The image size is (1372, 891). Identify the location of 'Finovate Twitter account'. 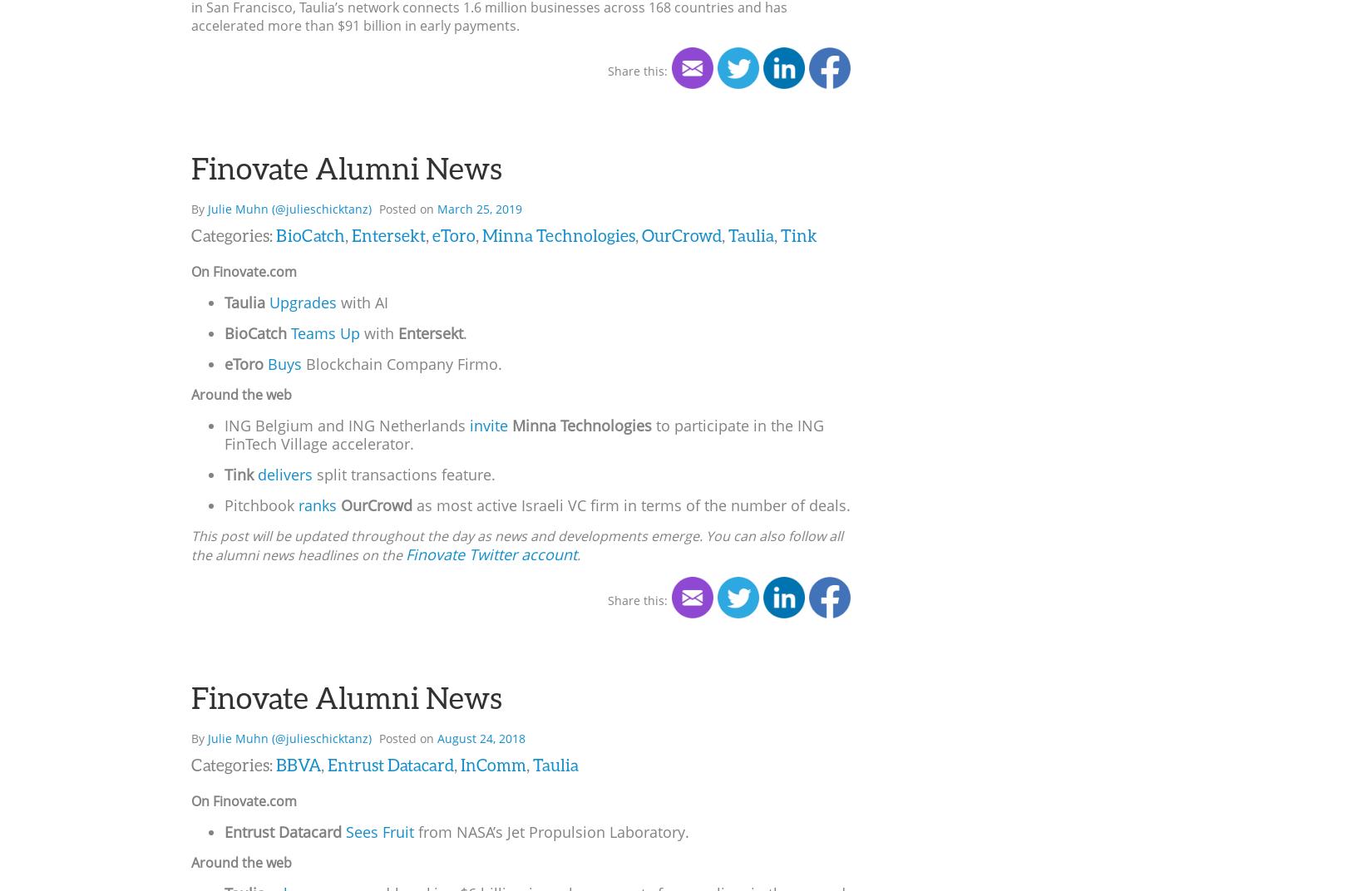
(405, 554).